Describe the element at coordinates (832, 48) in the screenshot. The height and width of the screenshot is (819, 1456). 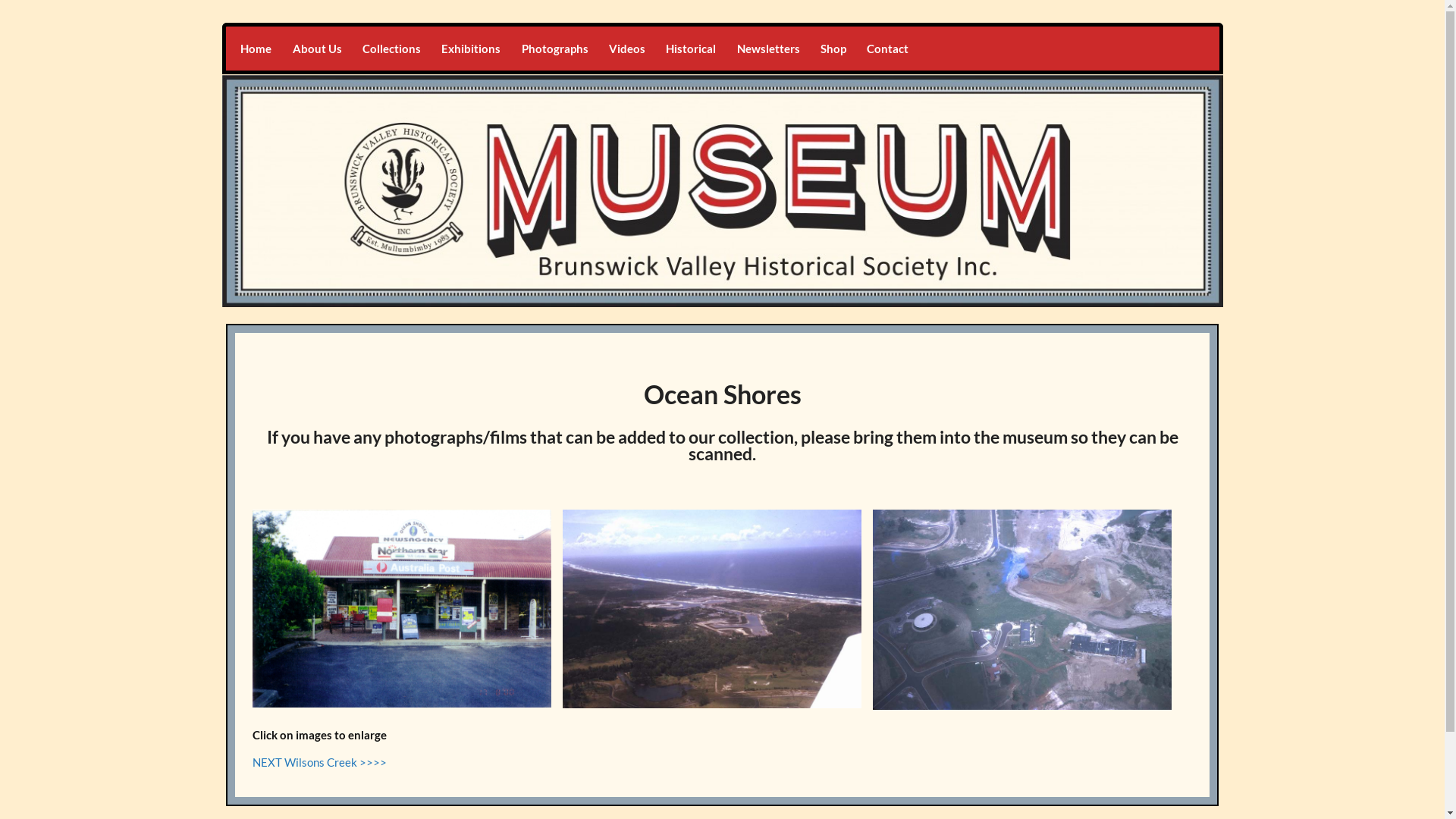
I see `'Shop'` at that location.